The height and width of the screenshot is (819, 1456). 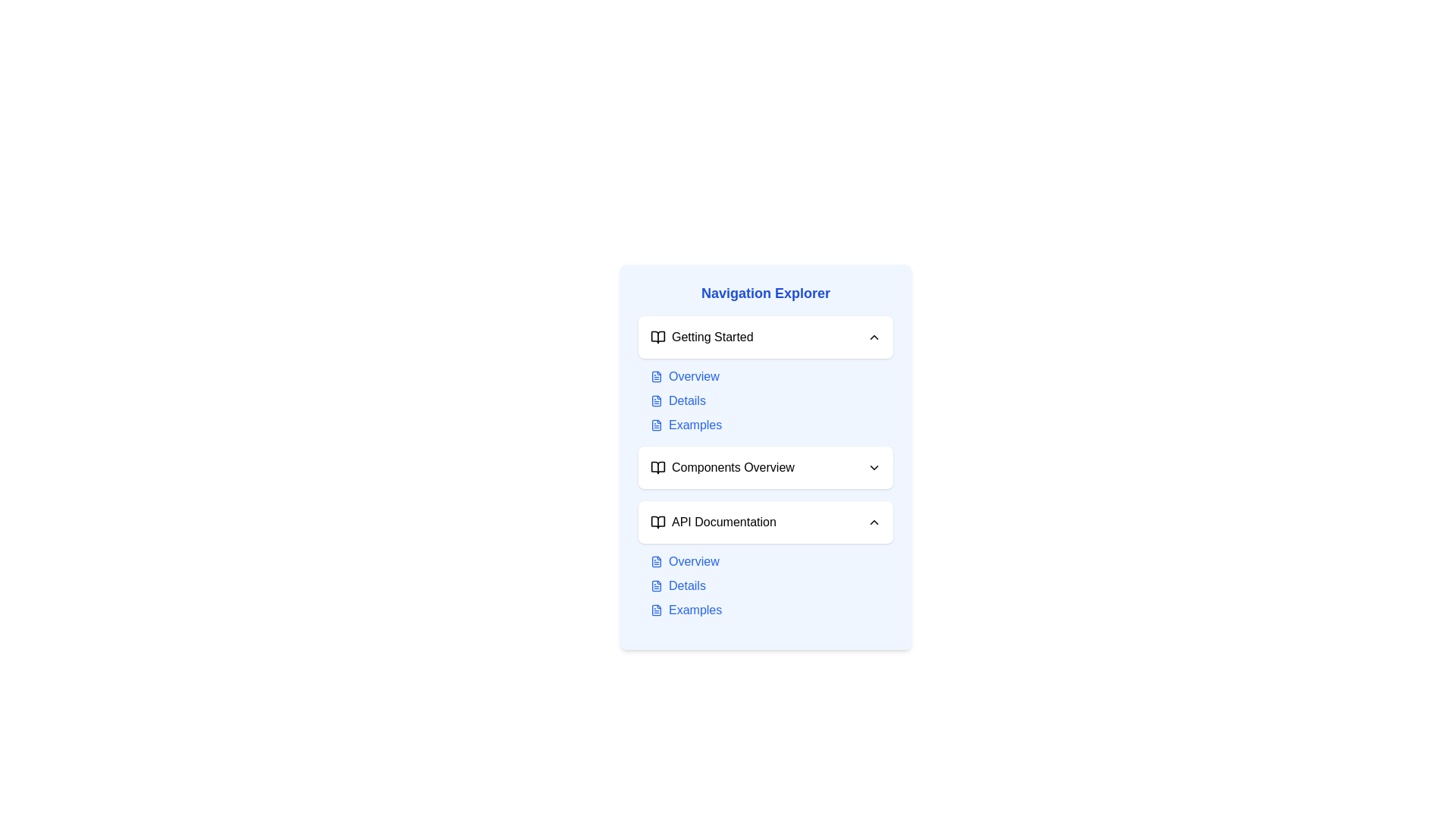 What do you see at coordinates (658, 467) in the screenshot?
I see `the open book icon in the navigation pane titled 'Components Overview'` at bounding box center [658, 467].